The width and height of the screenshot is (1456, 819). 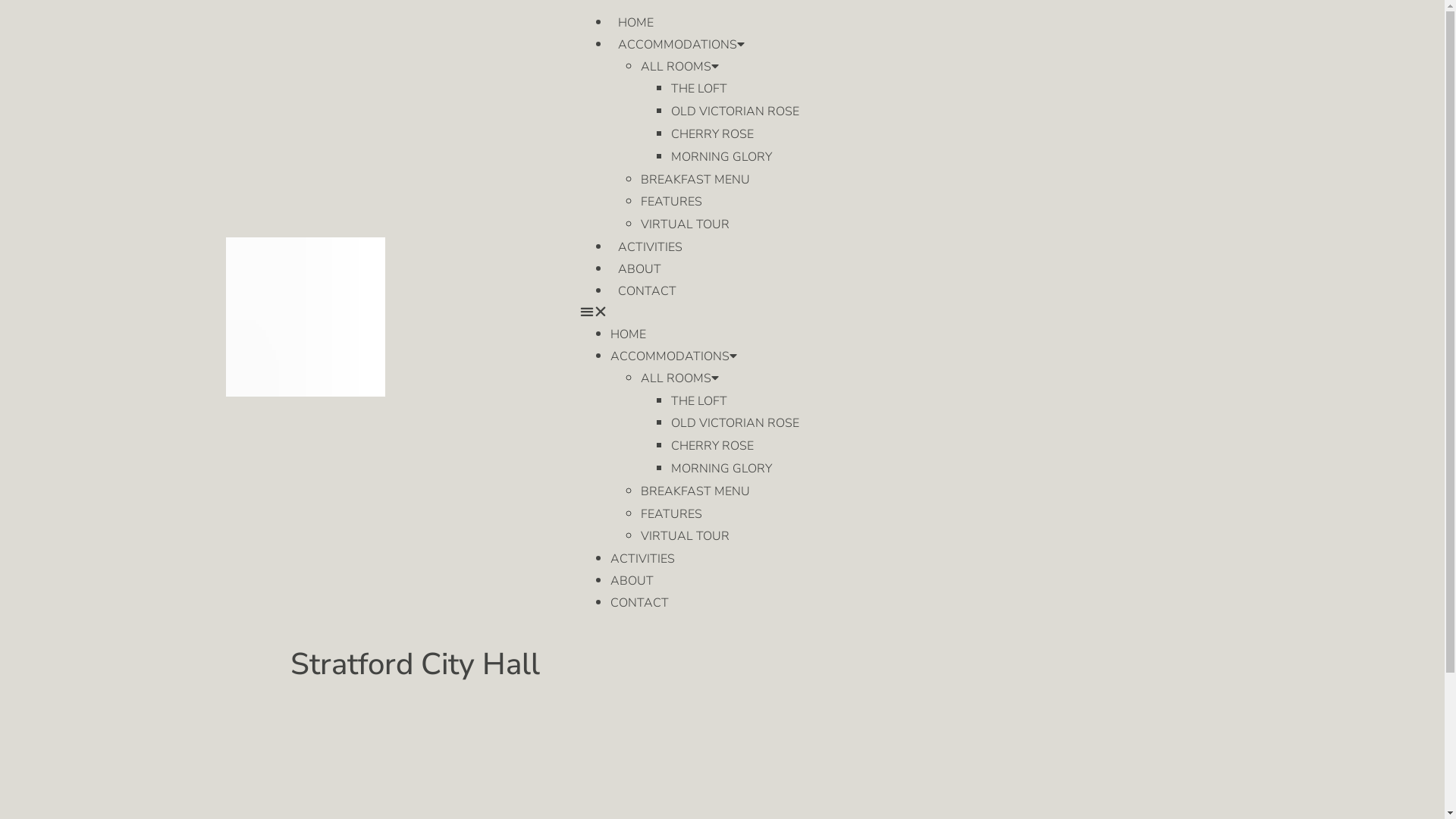 I want to click on 'ACCOMMODATIONS', so click(x=673, y=356).